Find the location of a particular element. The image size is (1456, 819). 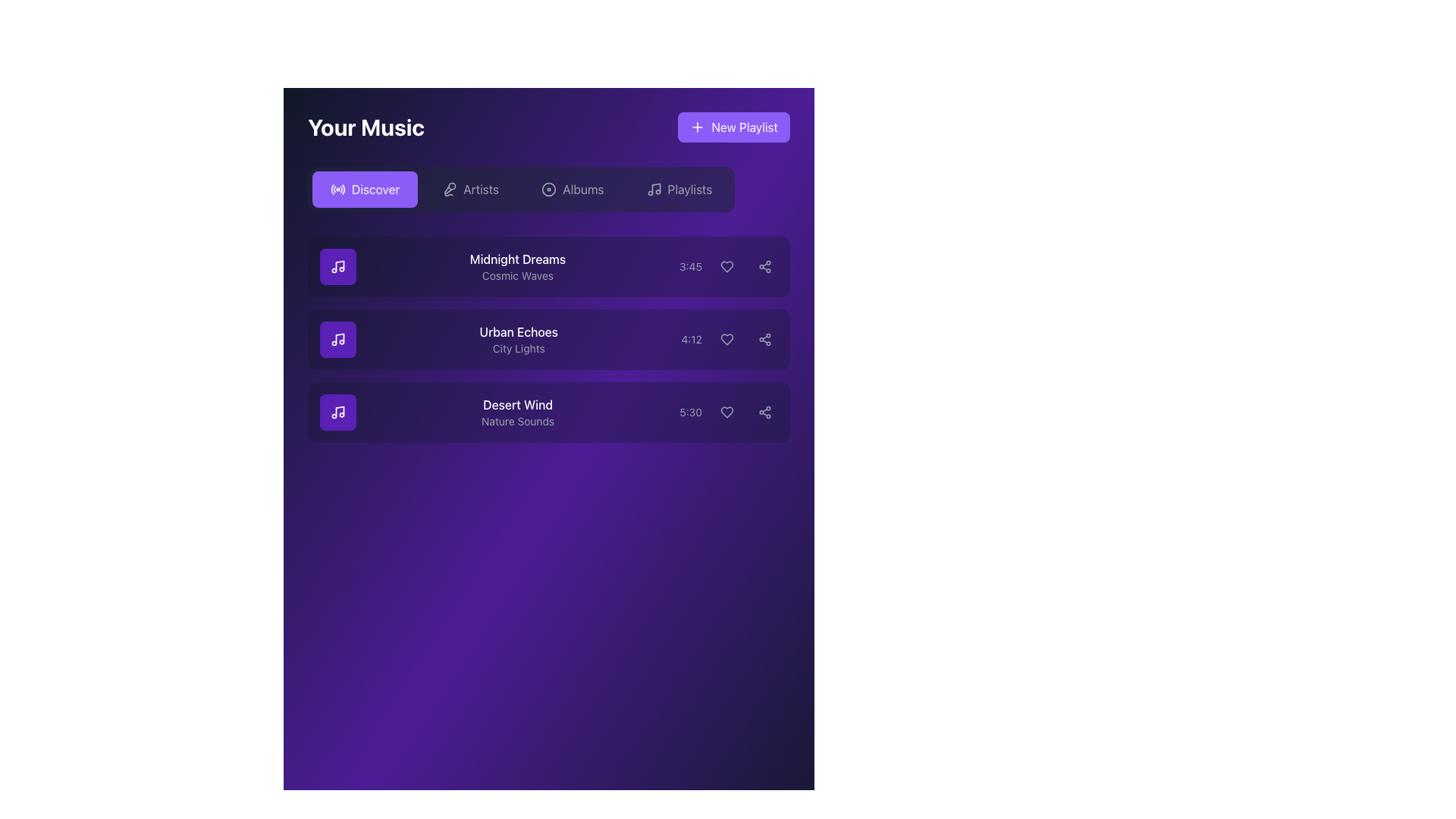

the small text label displaying '3:45' in light gray color on a dark purple background, positioned in the first row of a list, to the right of the main text content is located at coordinates (690, 265).